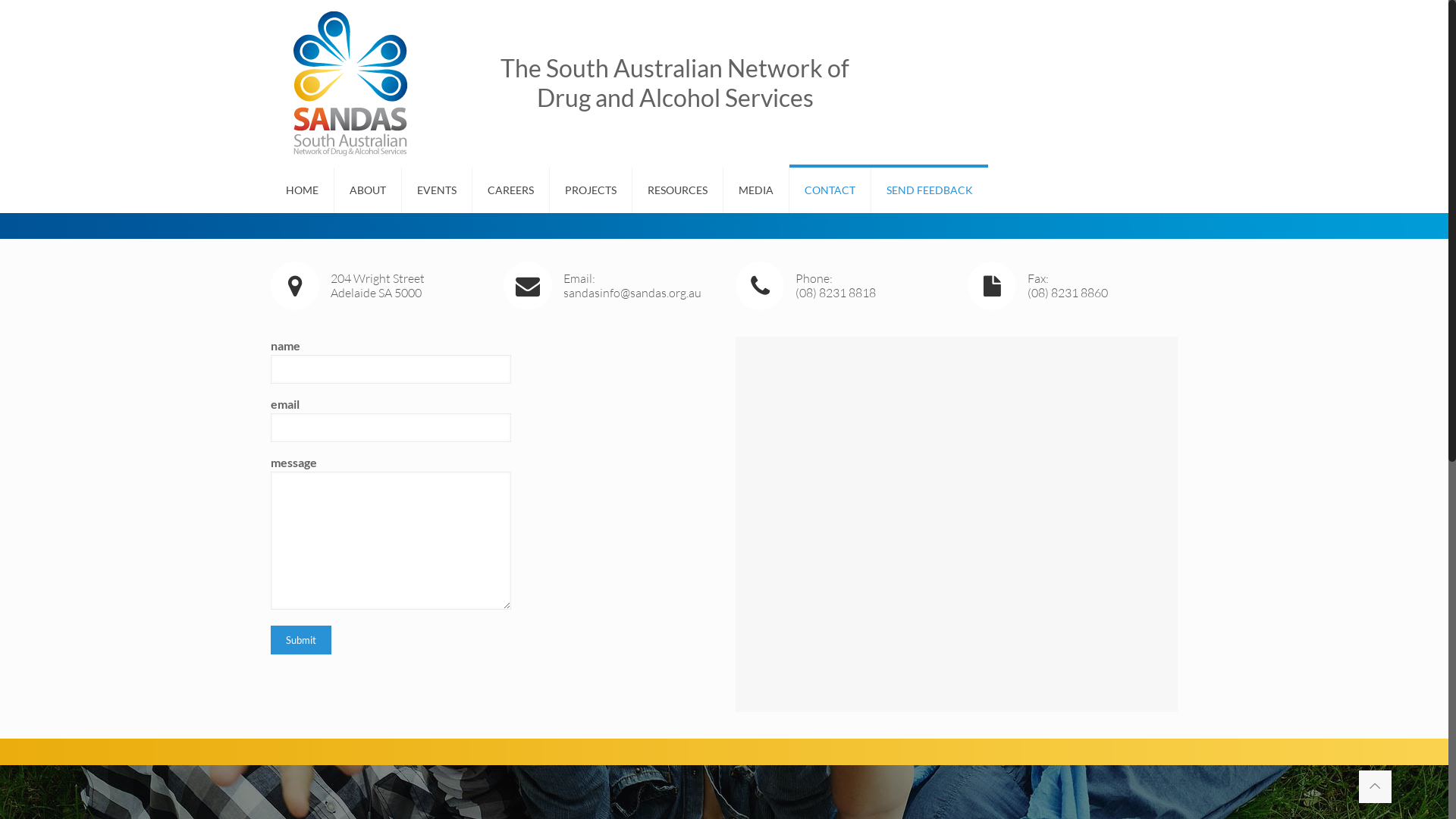 The height and width of the screenshot is (819, 1456). What do you see at coordinates (676, 189) in the screenshot?
I see `'RESOURCES'` at bounding box center [676, 189].